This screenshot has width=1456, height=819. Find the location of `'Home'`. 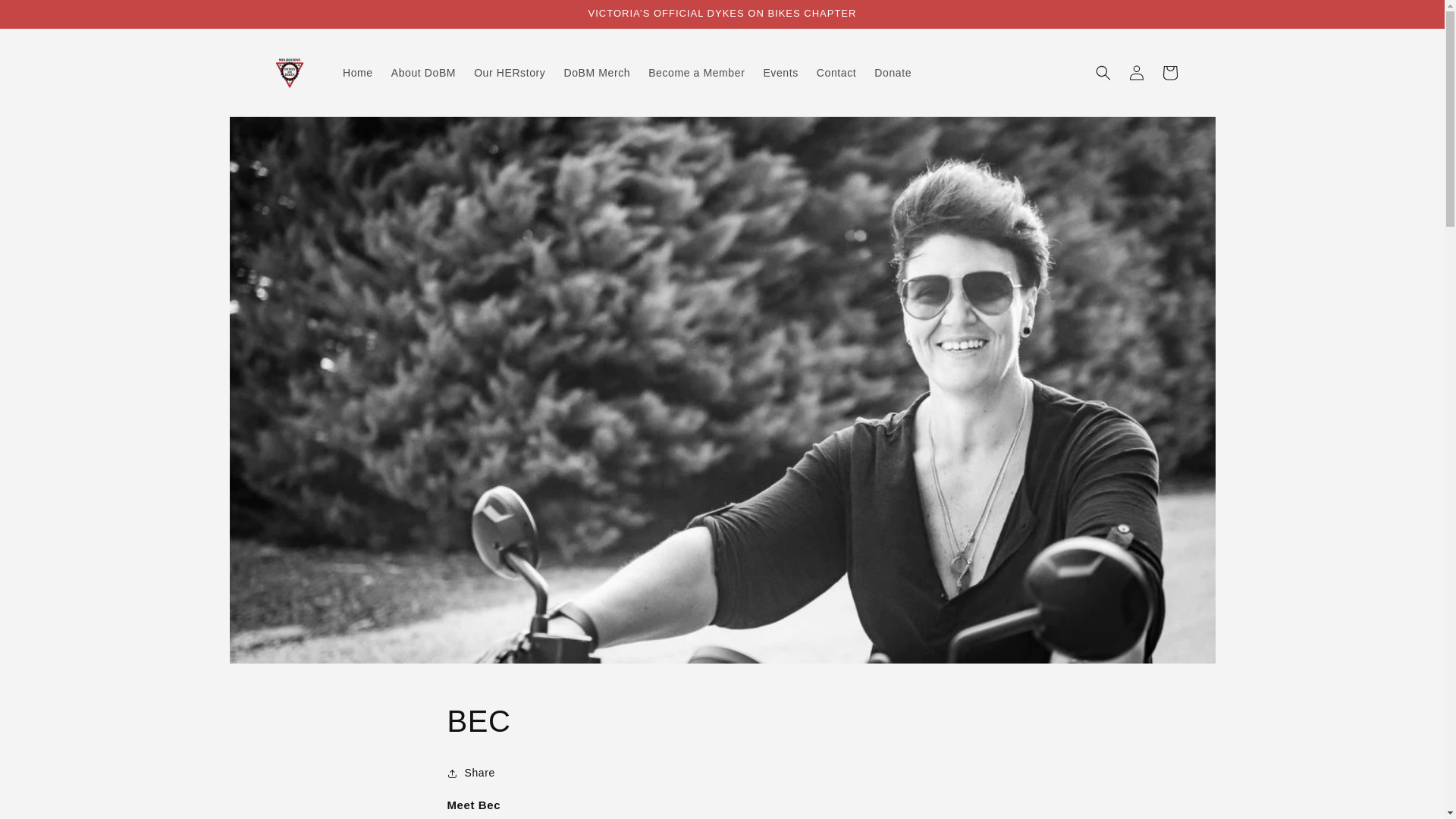

'Home' is located at coordinates (356, 73).